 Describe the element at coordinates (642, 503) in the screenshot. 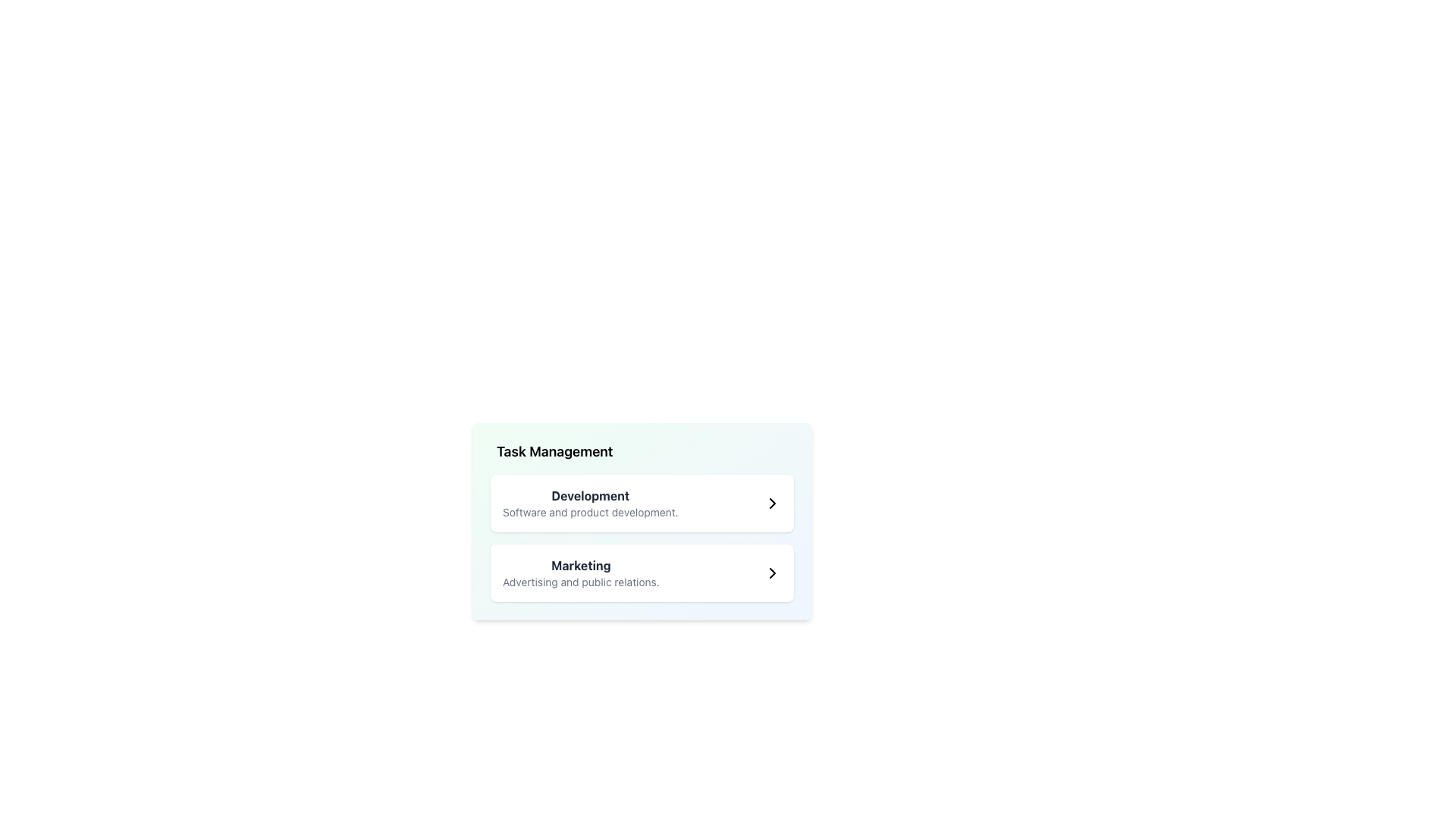

I see `the upper card in the 'Task Management' list that directs users to software and product development details` at that location.